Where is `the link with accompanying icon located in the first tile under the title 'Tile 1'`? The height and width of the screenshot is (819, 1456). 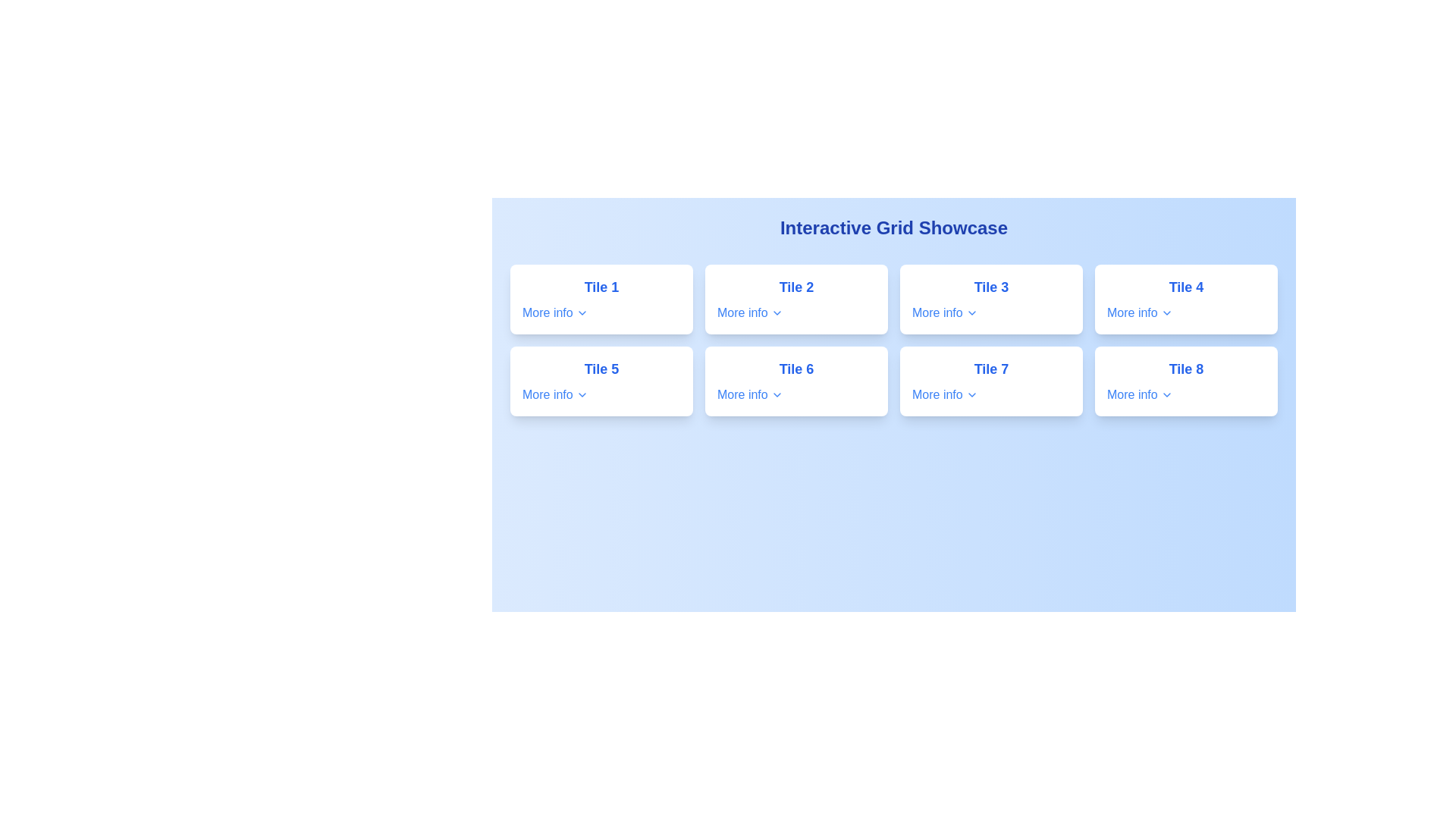
the link with accompanying icon located in the first tile under the title 'Tile 1' is located at coordinates (554, 312).